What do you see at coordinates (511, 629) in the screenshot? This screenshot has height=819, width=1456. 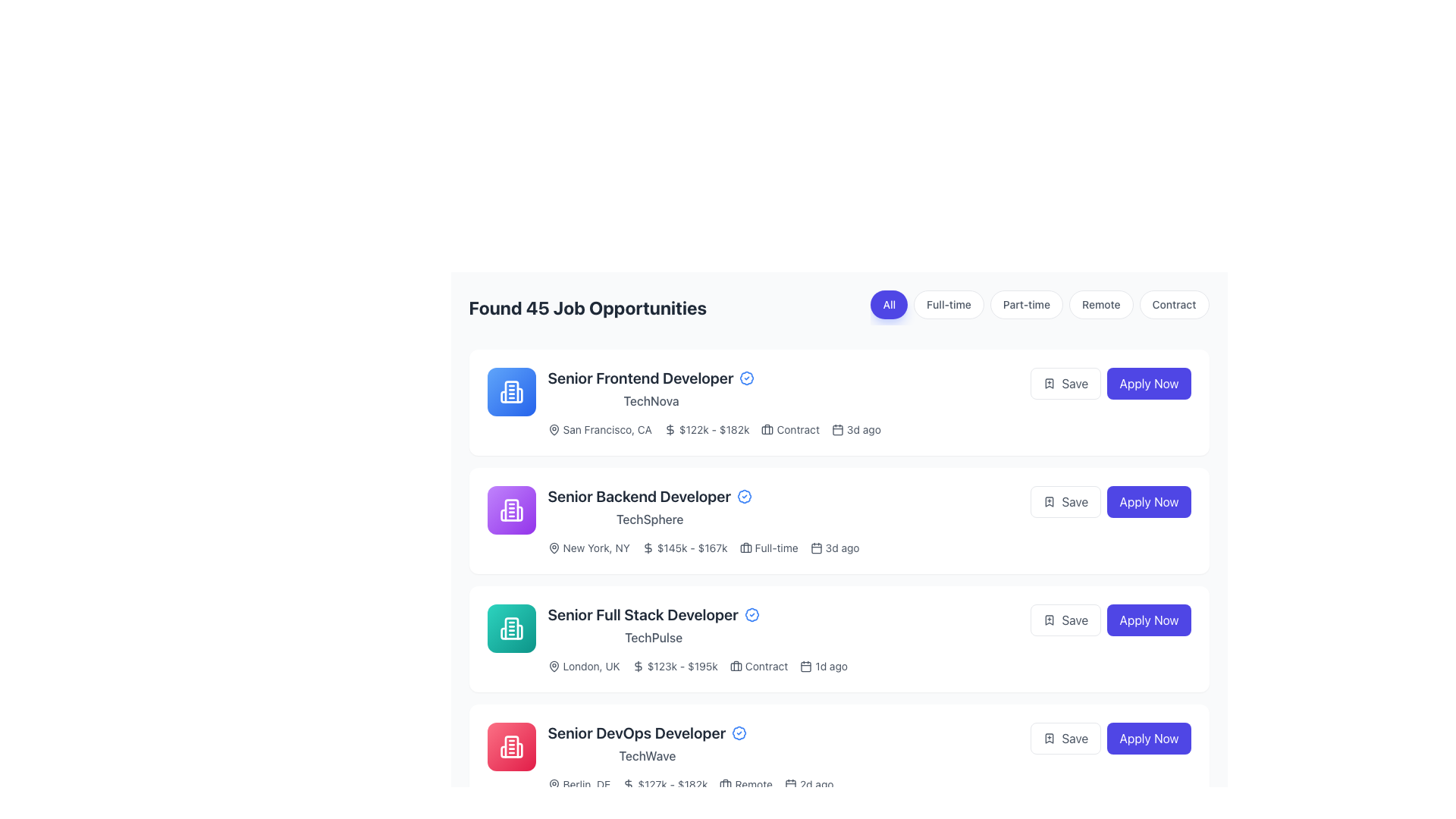 I see `the building icon with a white outline on a green background, which is part of the job listing for 'Senior Full Stack Developer' located in the third job card` at bounding box center [511, 629].